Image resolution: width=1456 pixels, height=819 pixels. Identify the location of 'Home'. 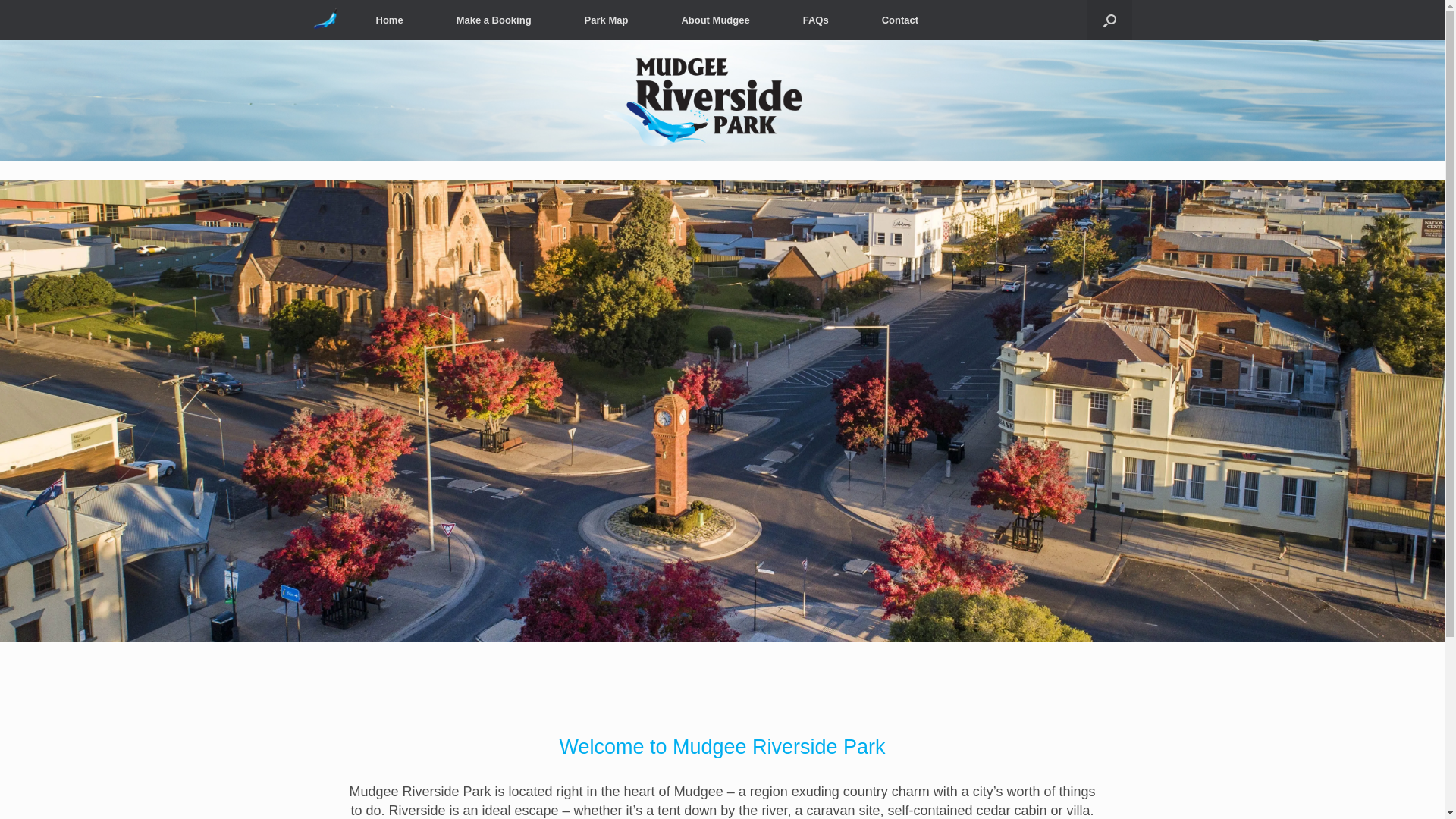
(389, 20).